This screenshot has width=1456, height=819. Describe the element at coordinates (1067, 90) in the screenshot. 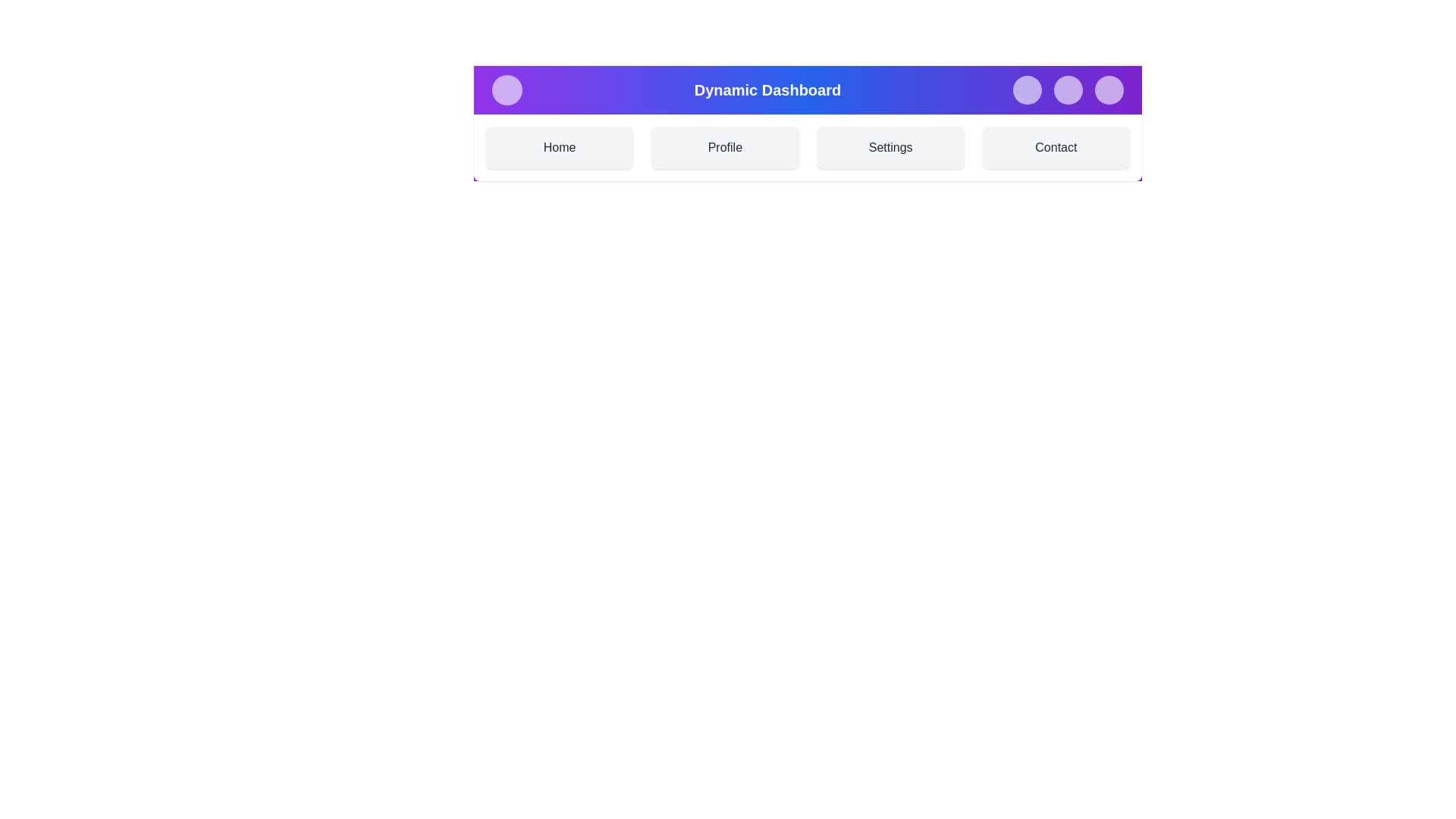

I see `notifications button in the top-right corner` at that location.